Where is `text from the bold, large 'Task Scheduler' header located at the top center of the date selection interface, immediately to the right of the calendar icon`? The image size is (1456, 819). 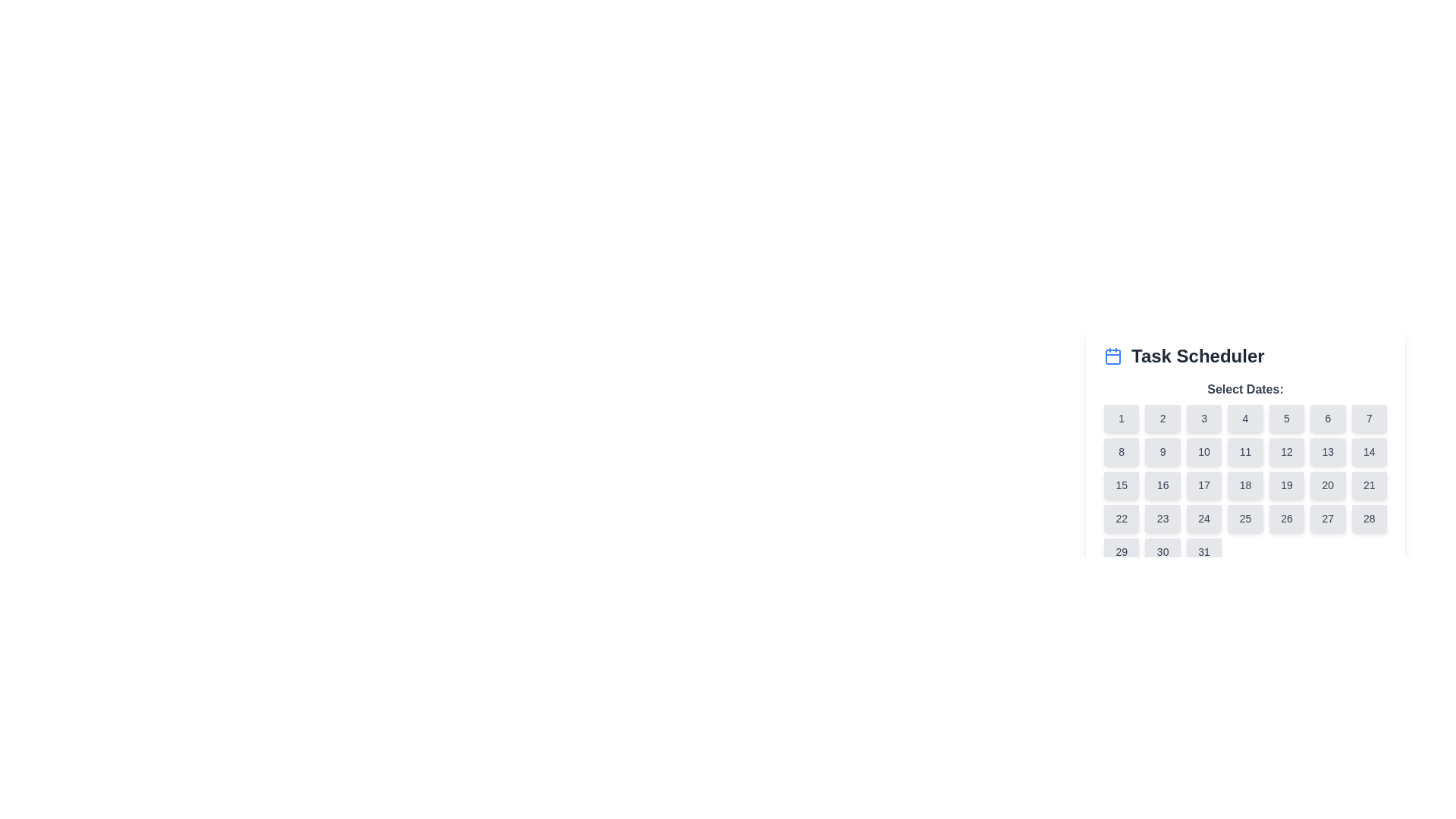 text from the bold, large 'Task Scheduler' header located at the top center of the date selection interface, immediately to the right of the calendar icon is located at coordinates (1197, 356).